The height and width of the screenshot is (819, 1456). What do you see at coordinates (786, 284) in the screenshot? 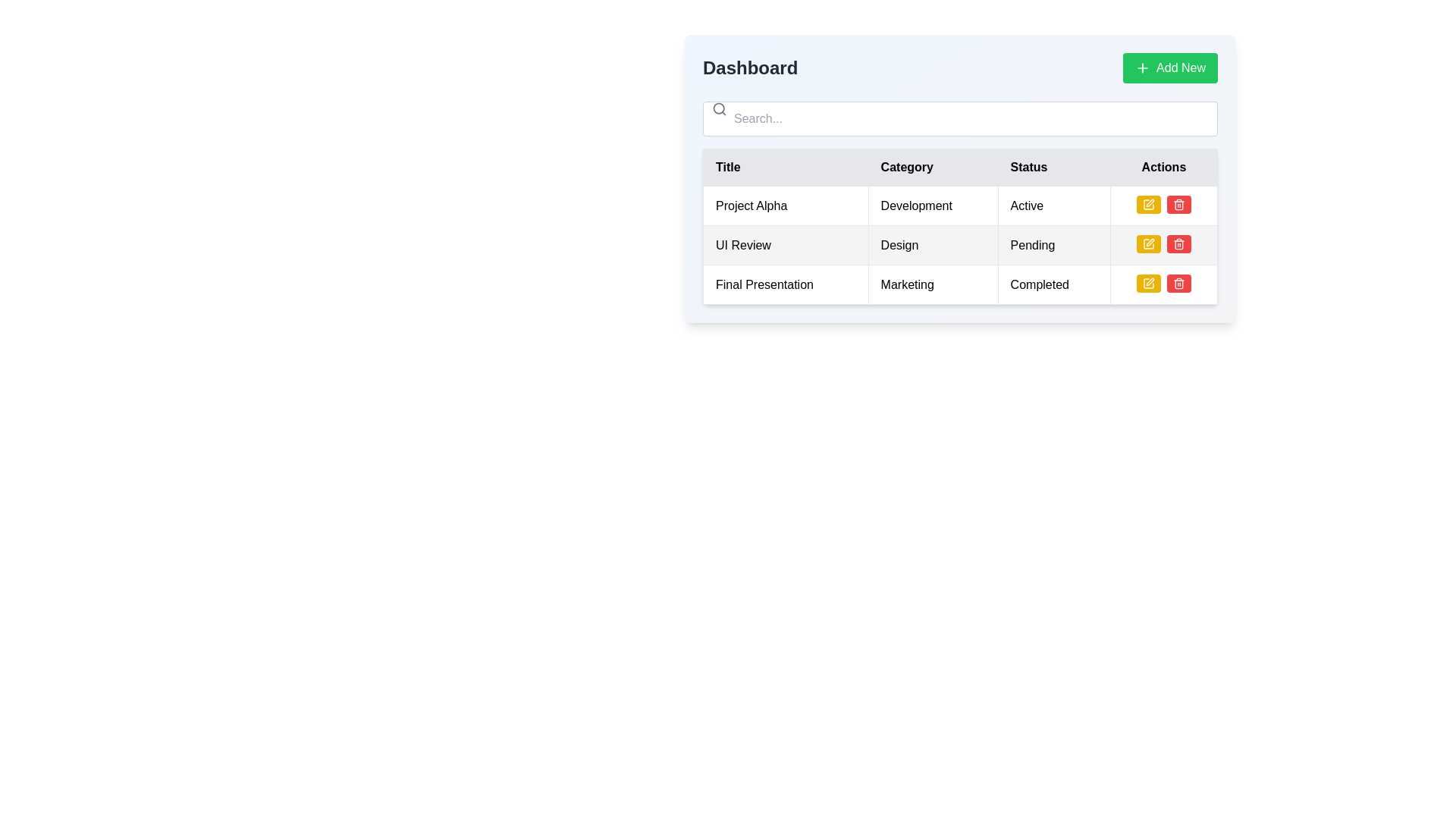
I see `text from the title label located in the third row of the table under the 'Title' column` at bounding box center [786, 284].